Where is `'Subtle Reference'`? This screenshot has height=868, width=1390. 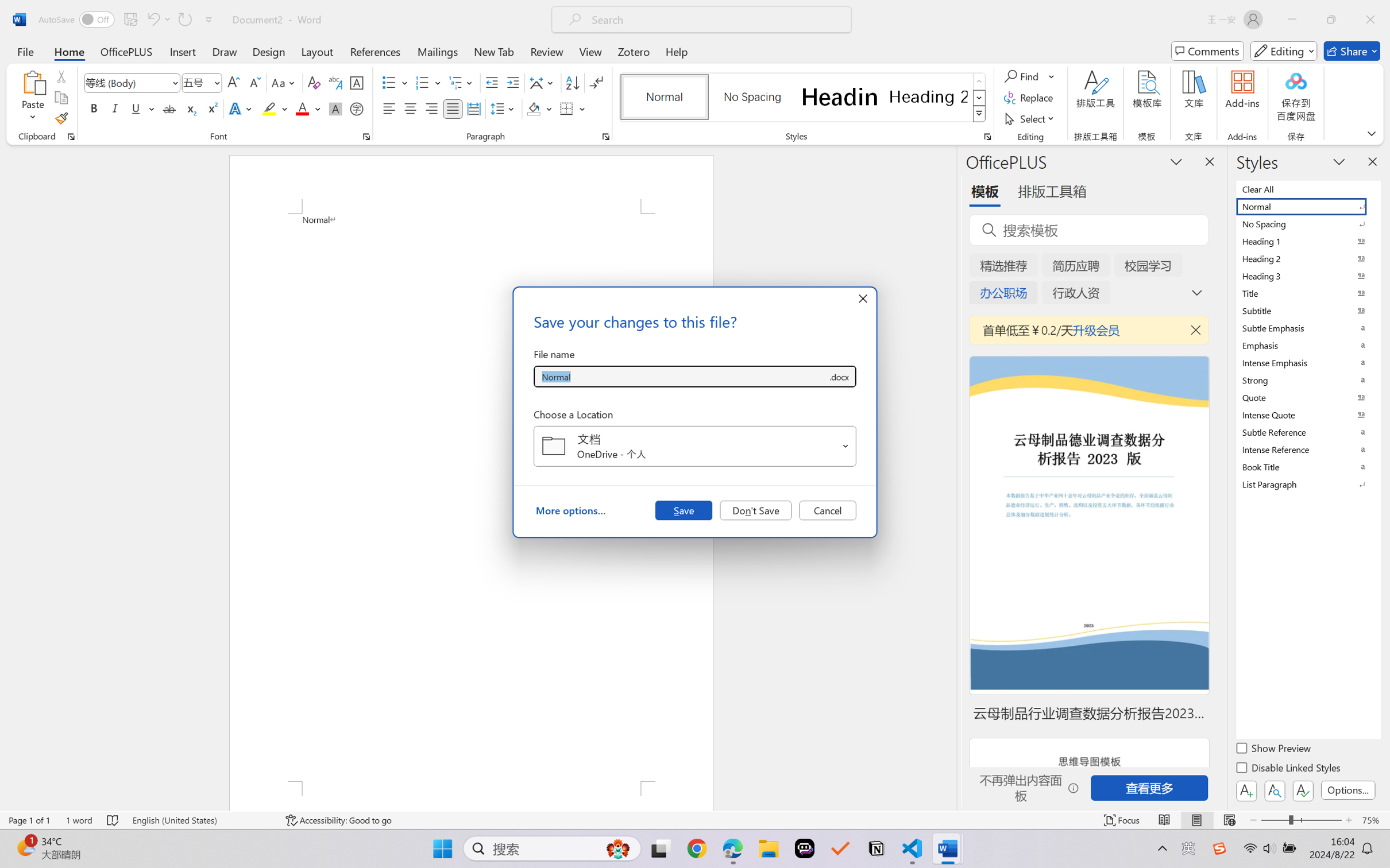 'Subtle Reference' is located at coordinates (1307, 432).